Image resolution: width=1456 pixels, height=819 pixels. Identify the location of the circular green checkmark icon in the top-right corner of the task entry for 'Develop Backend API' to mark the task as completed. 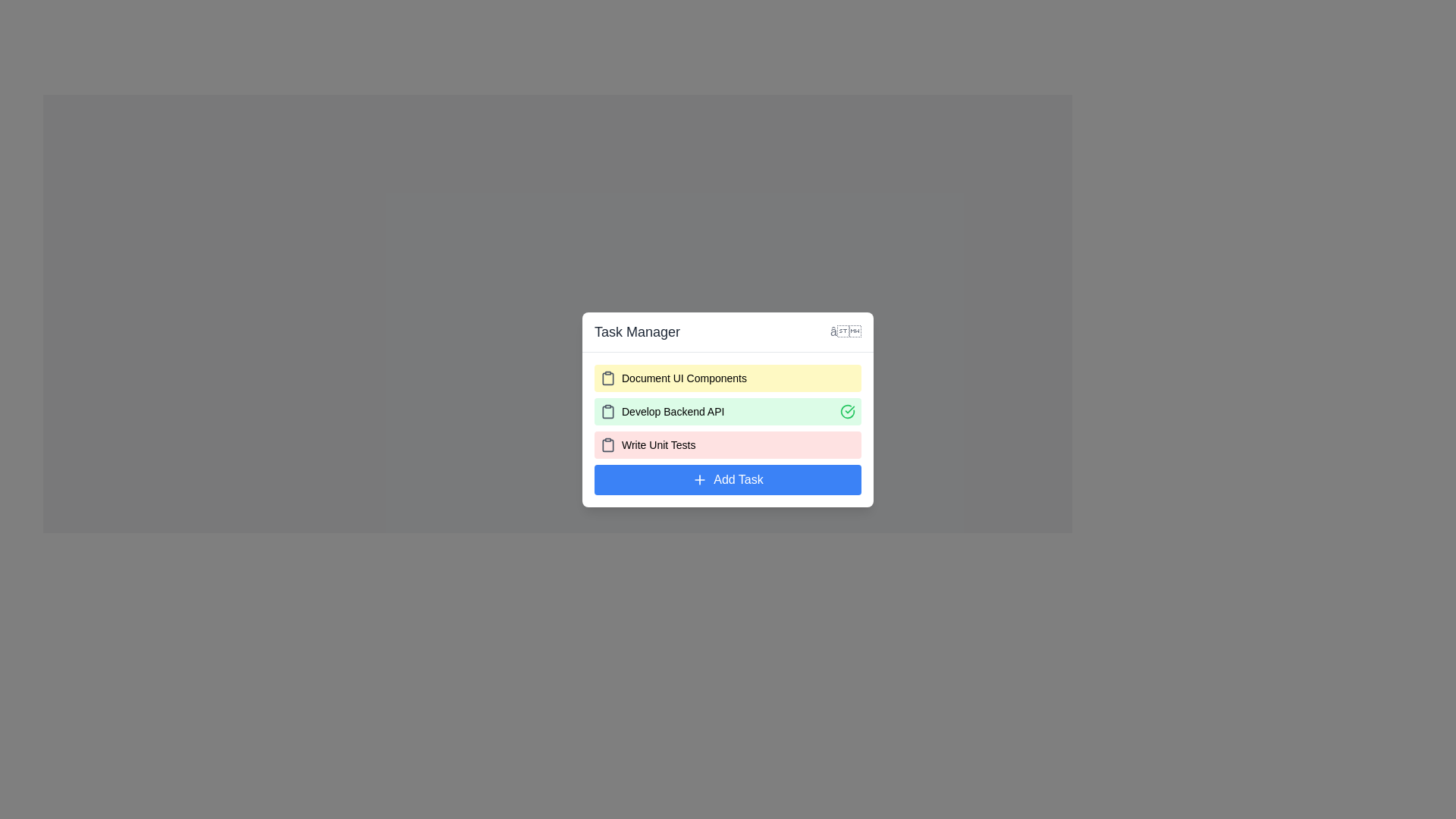
(847, 411).